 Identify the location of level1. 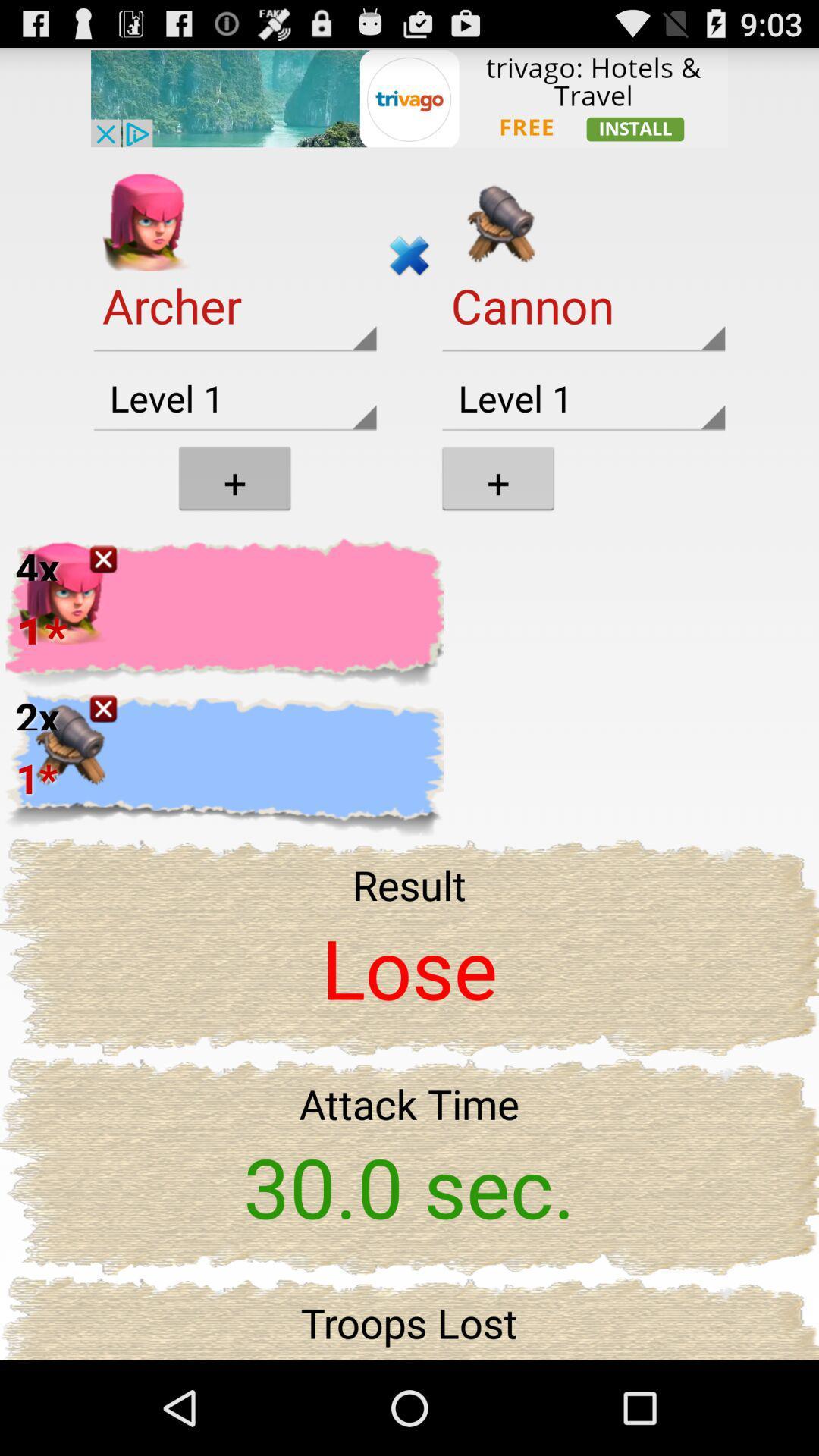
(583, 399).